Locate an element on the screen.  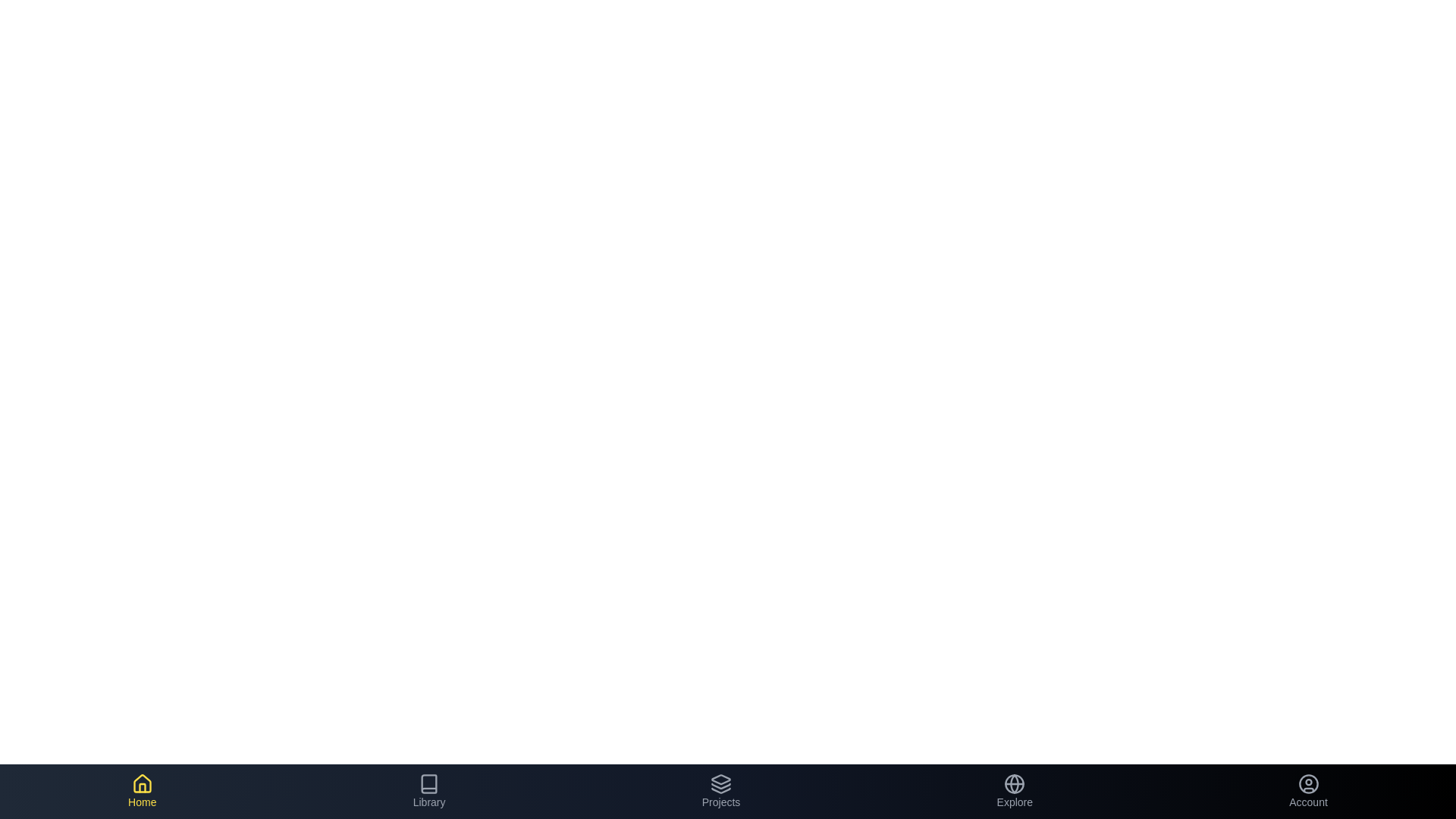
the 'Home' button to inspect its behavior and design is located at coordinates (142, 791).